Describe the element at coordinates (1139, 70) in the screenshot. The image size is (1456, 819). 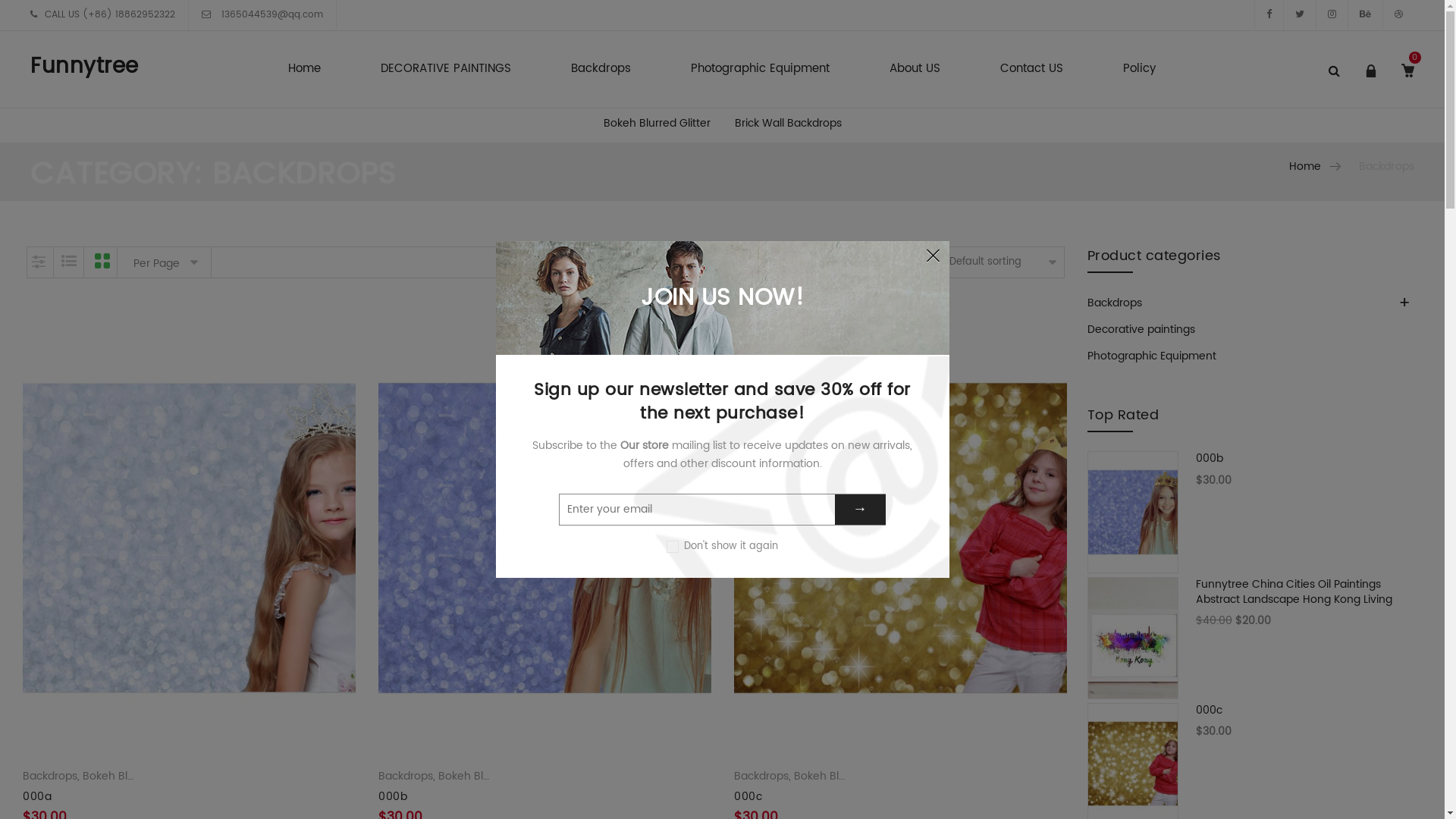
I see `'Policy'` at that location.